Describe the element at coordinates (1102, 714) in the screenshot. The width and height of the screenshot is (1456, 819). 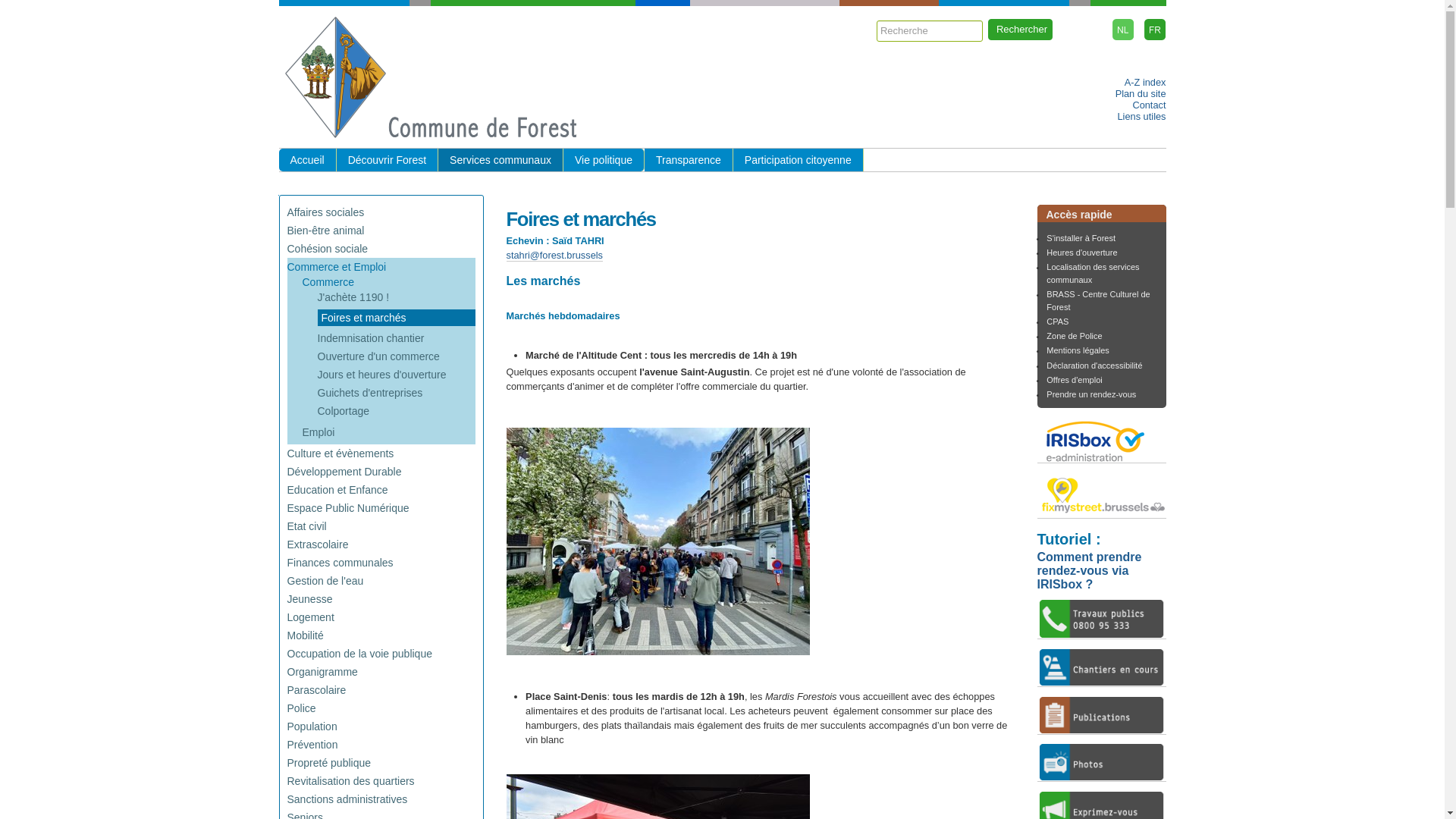
I see `'publications'` at that location.